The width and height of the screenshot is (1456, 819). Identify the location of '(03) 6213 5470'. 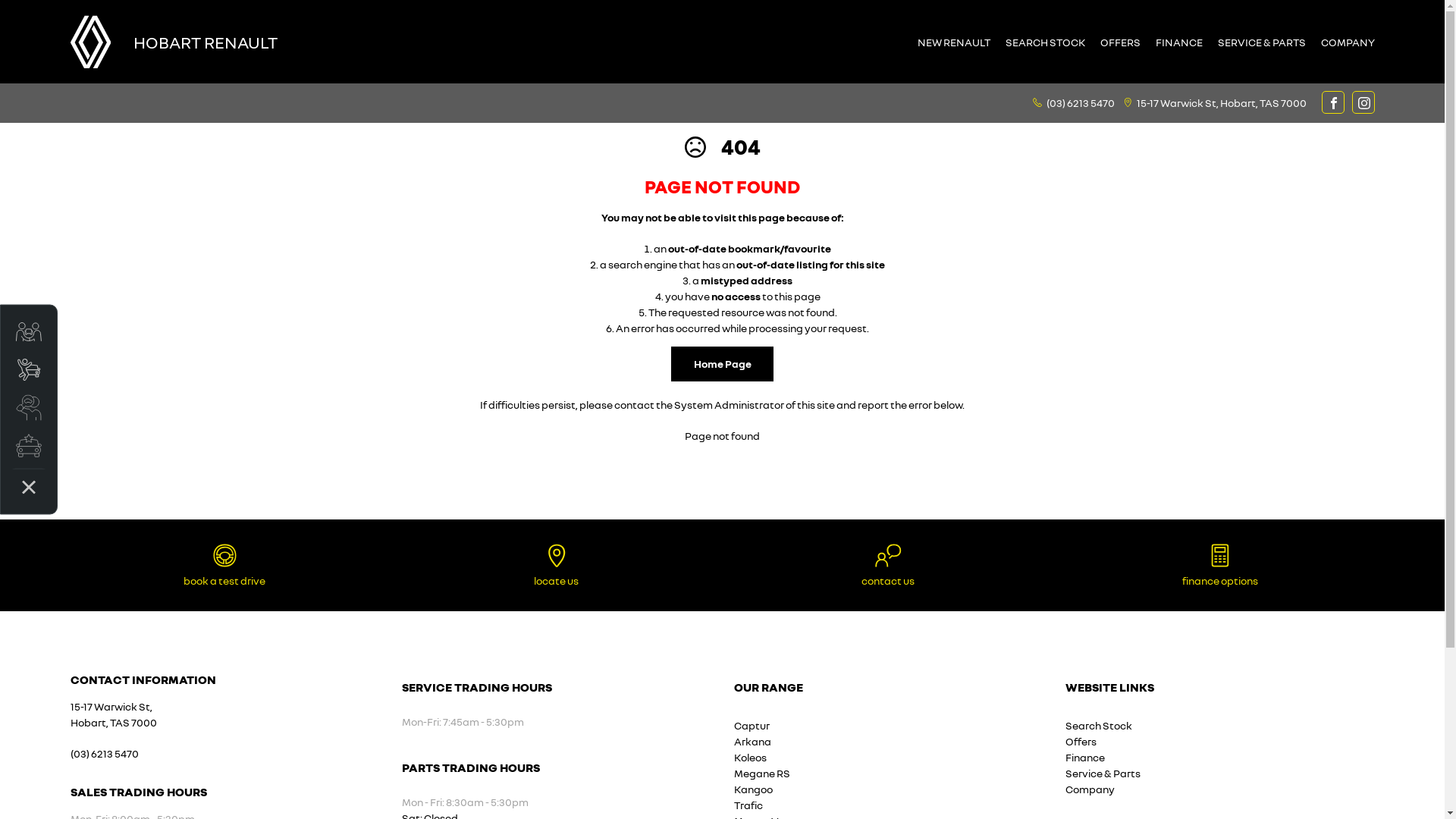
(1080, 102).